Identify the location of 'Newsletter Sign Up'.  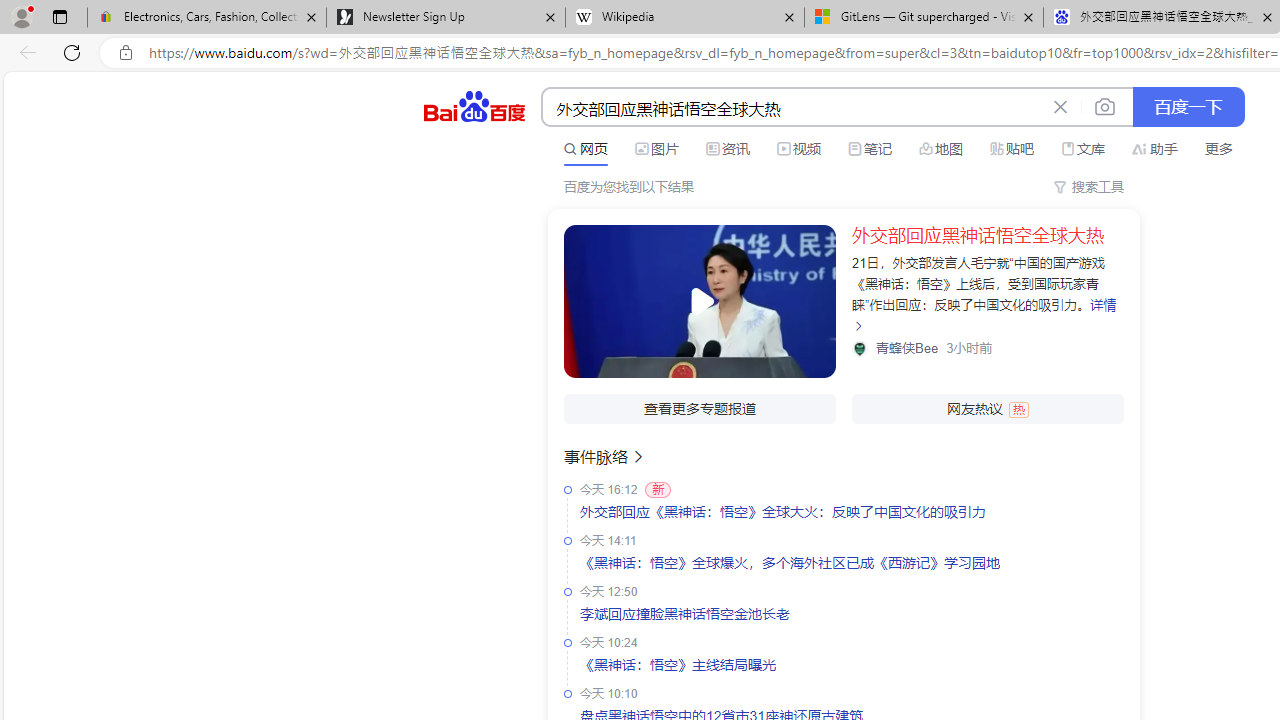
(444, 17).